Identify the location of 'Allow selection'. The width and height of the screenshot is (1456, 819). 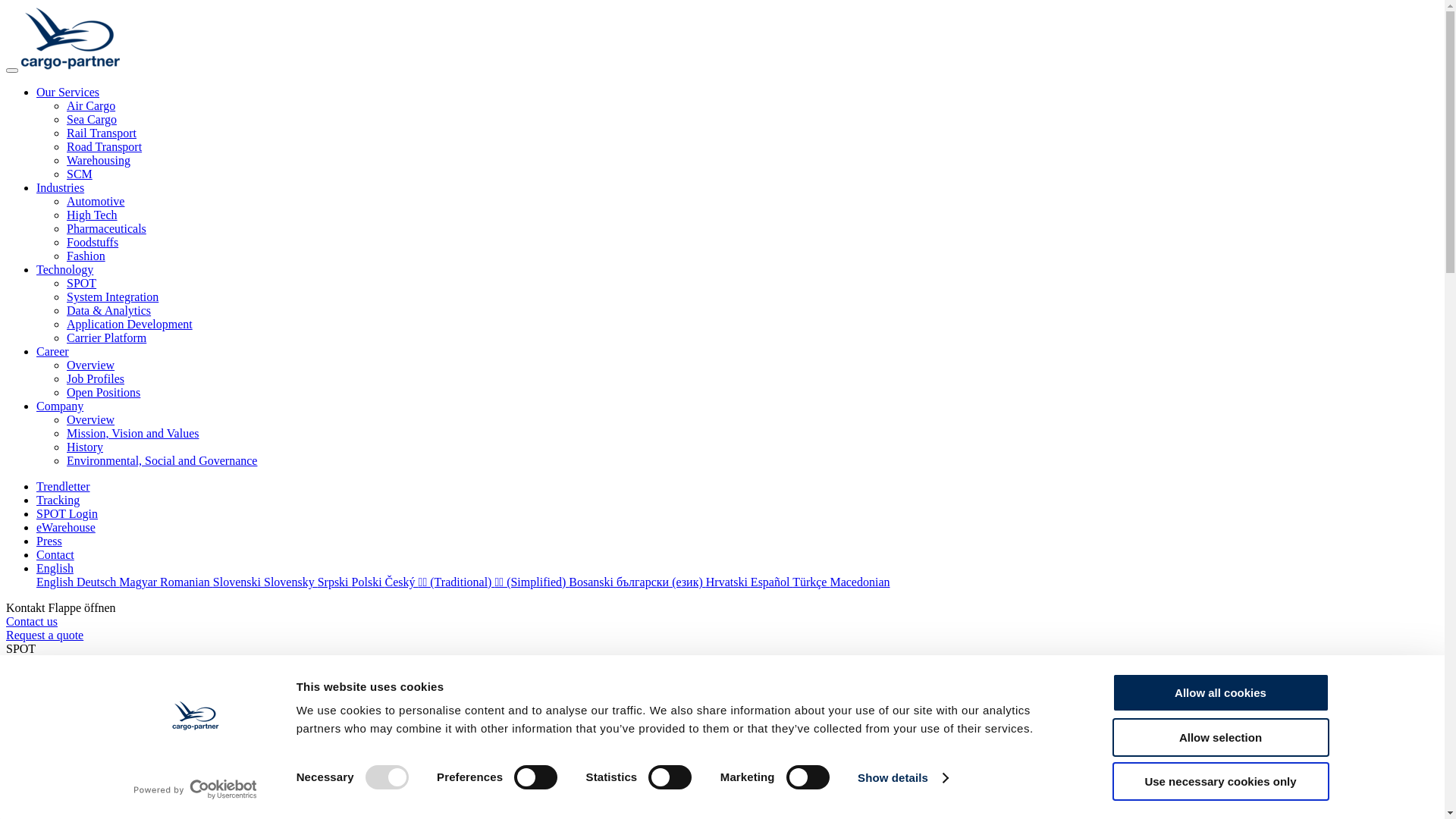
(1219, 736).